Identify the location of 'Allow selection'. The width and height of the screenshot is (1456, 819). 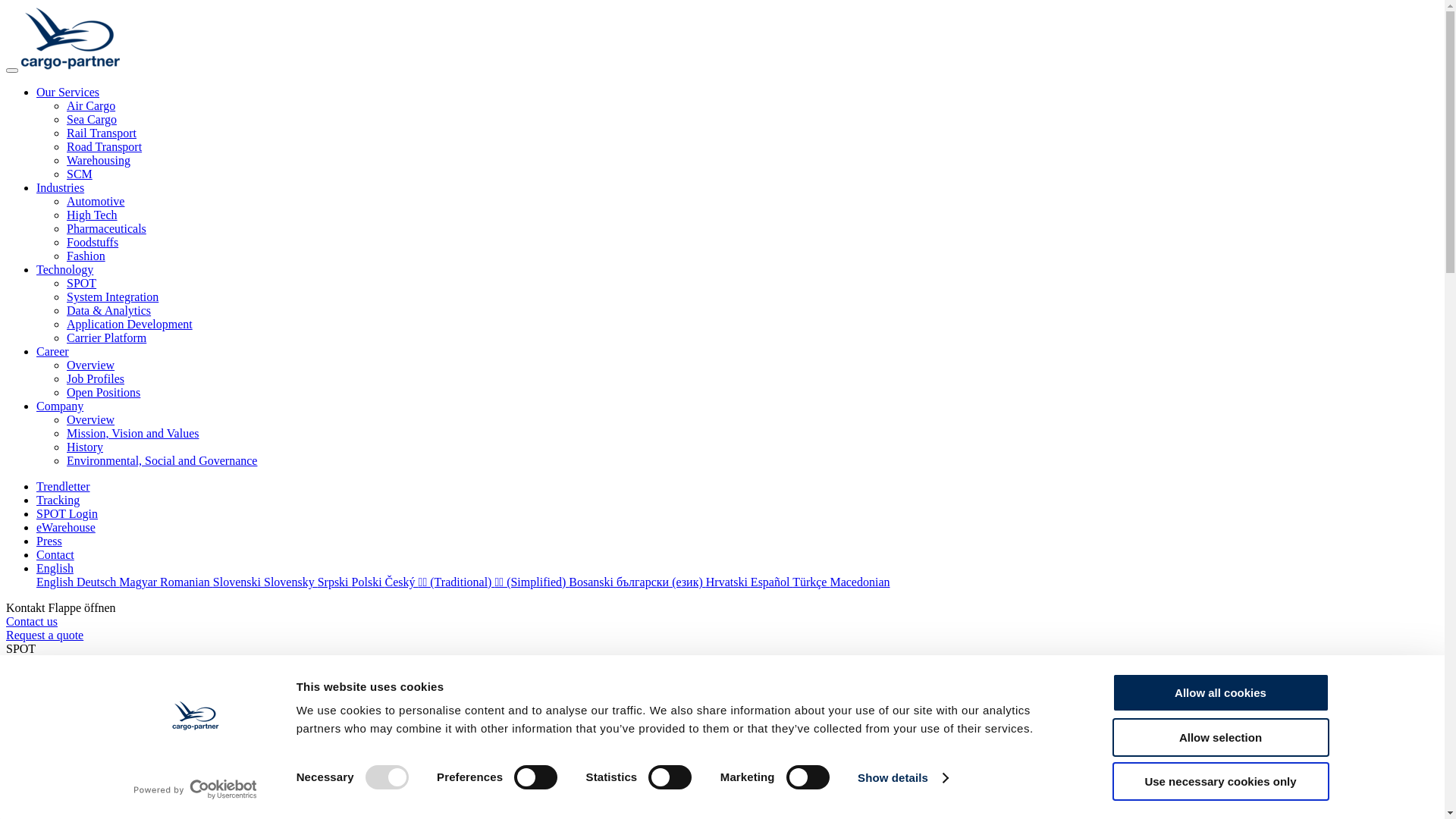
(1219, 736).